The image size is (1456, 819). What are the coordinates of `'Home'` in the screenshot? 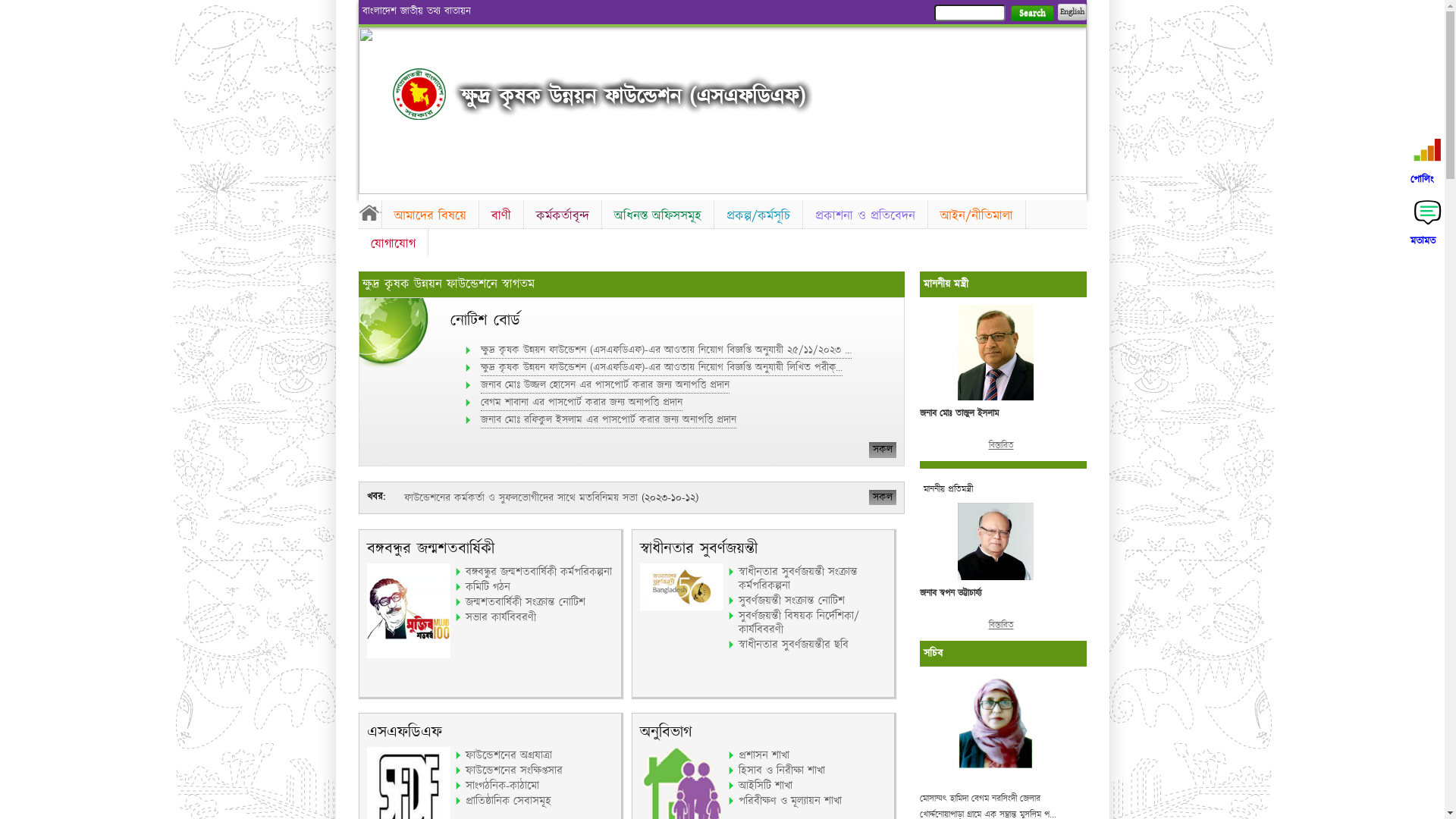 It's located at (356, 212).